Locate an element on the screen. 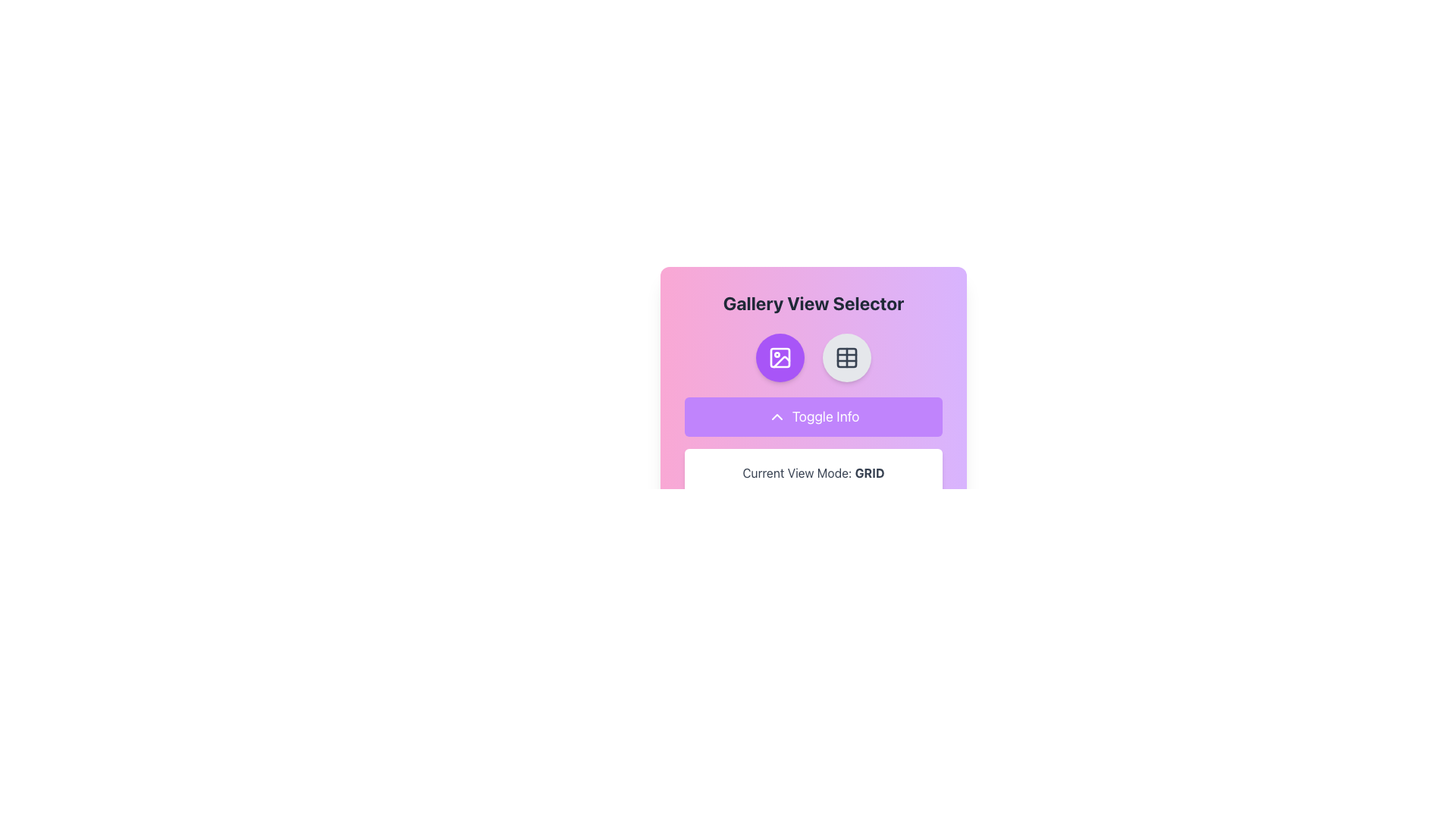 The image size is (1456, 819). one of the circular buttons located in the Modal or Info Panel, which has a white background and rounded corners, to switch between grid and other views is located at coordinates (813, 369).